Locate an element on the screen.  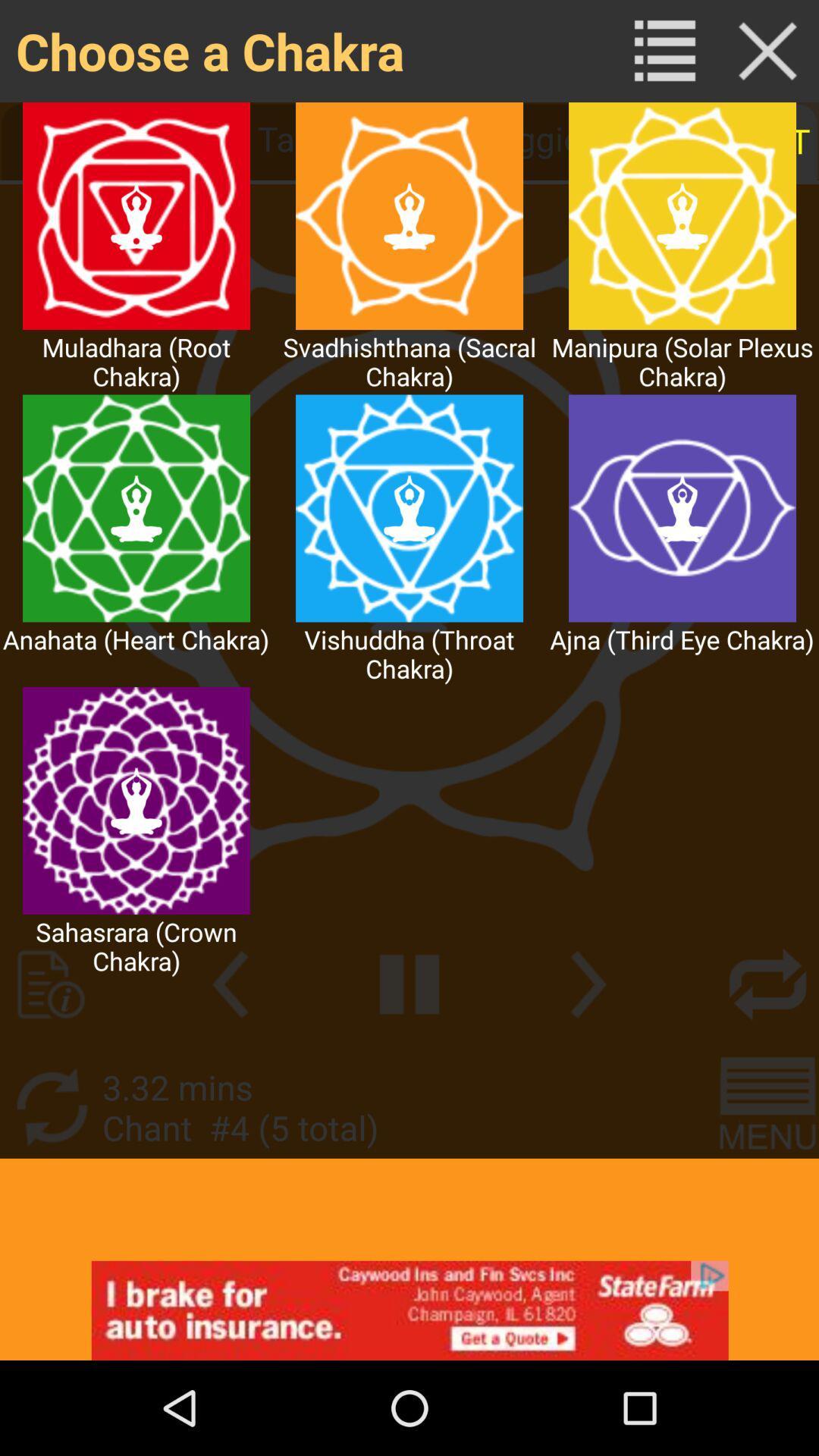
the list icon is located at coordinates (664, 55).